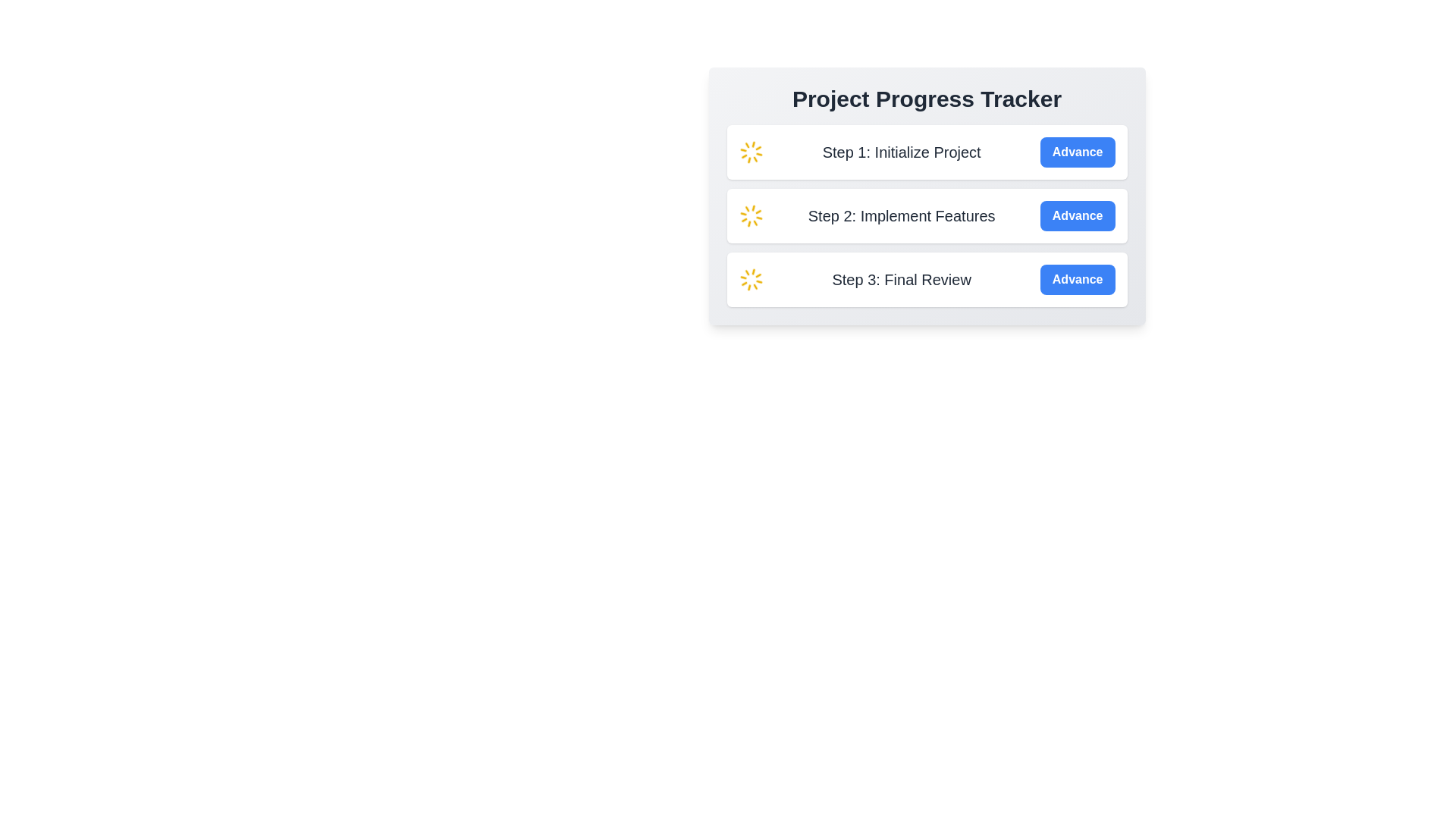 This screenshot has height=819, width=1456. Describe the element at coordinates (902, 152) in the screenshot. I see `the text label that reads 'Step 1: Initialize Project', which is styled with a medium, extra-large gray font and is positioned between a yellow spinning icon and a blue button labeled 'Advance'` at that location.